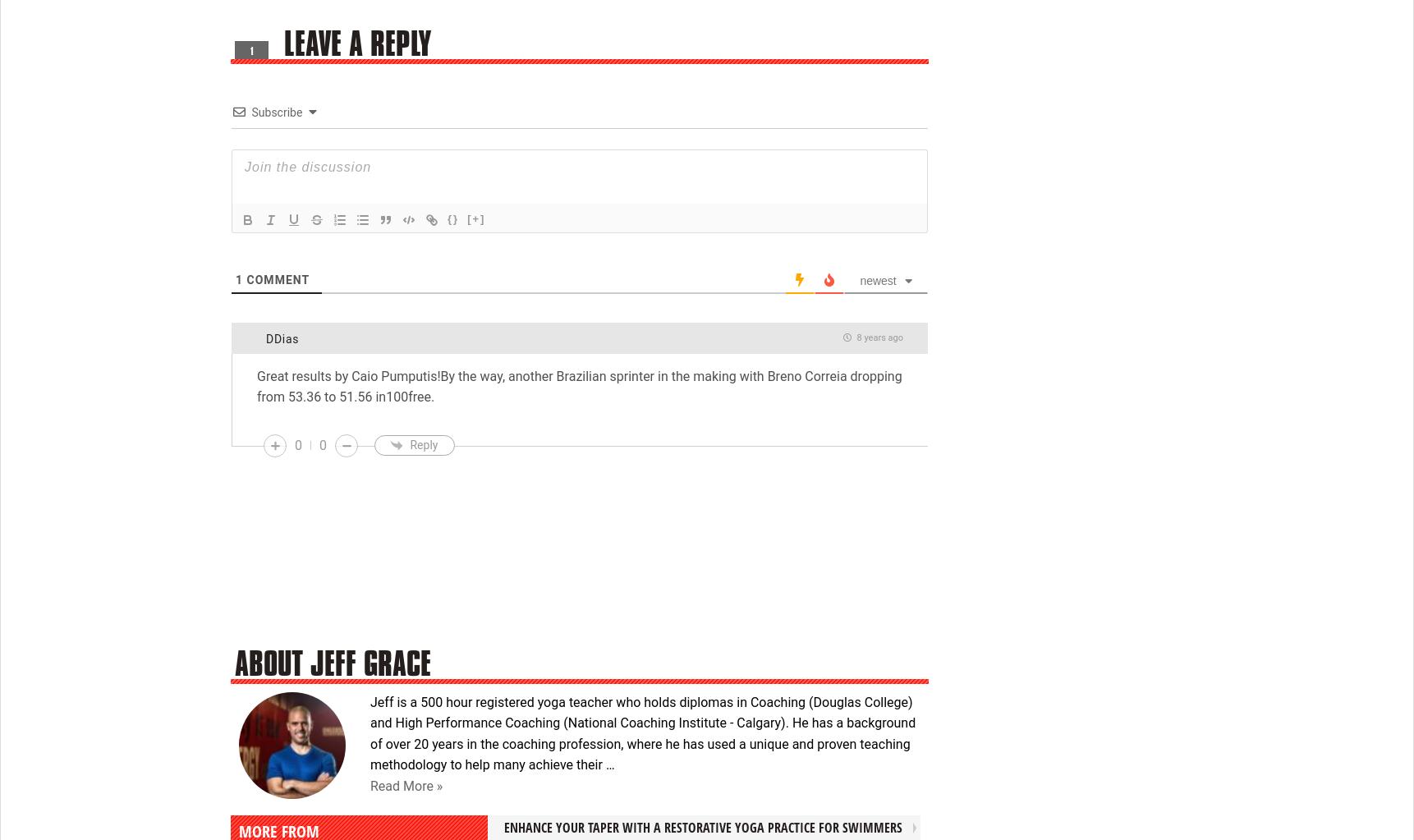 The width and height of the screenshot is (1414, 840). I want to click on 'DDias', so click(265, 338).